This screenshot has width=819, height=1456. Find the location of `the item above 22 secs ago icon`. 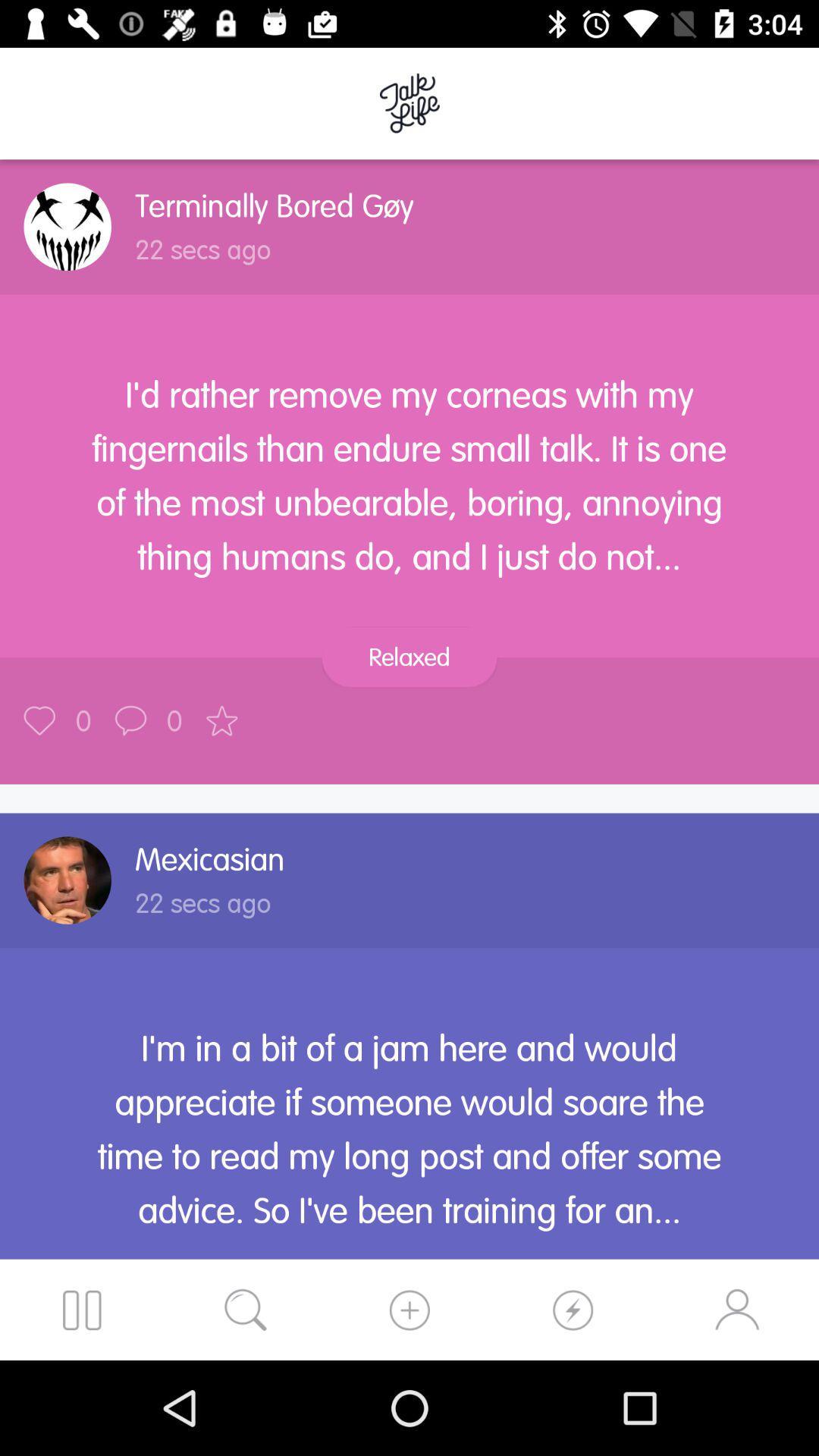

the item above 22 secs ago icon is located at coordinates (275, 205).